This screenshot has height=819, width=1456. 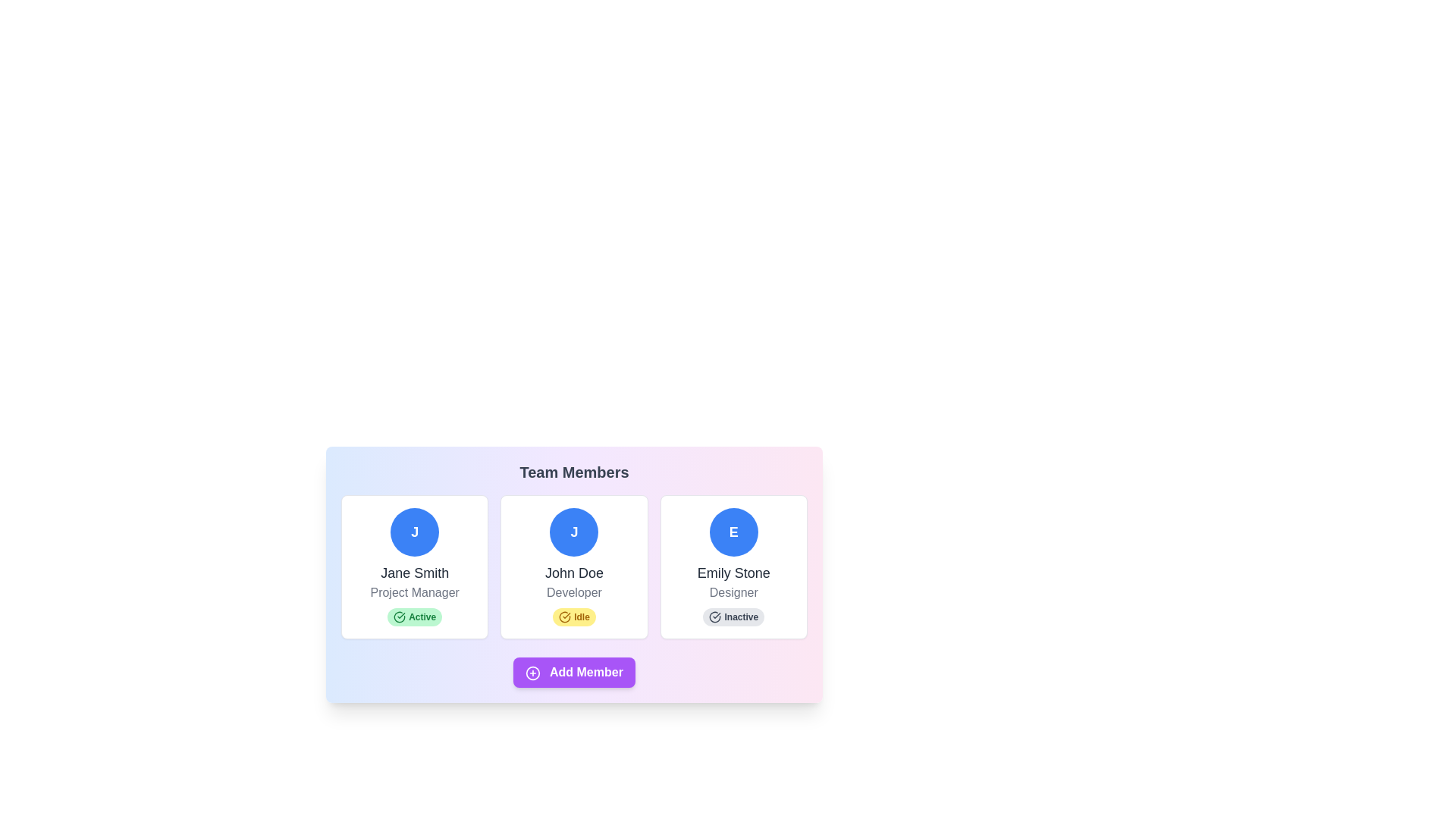 I want to click on the Text element that signifies the role of 'Emily Stone' as 'Designer', which is positioned below 'Emily Stone' and above an 'Inactive' label, so click(x=733, y=592).